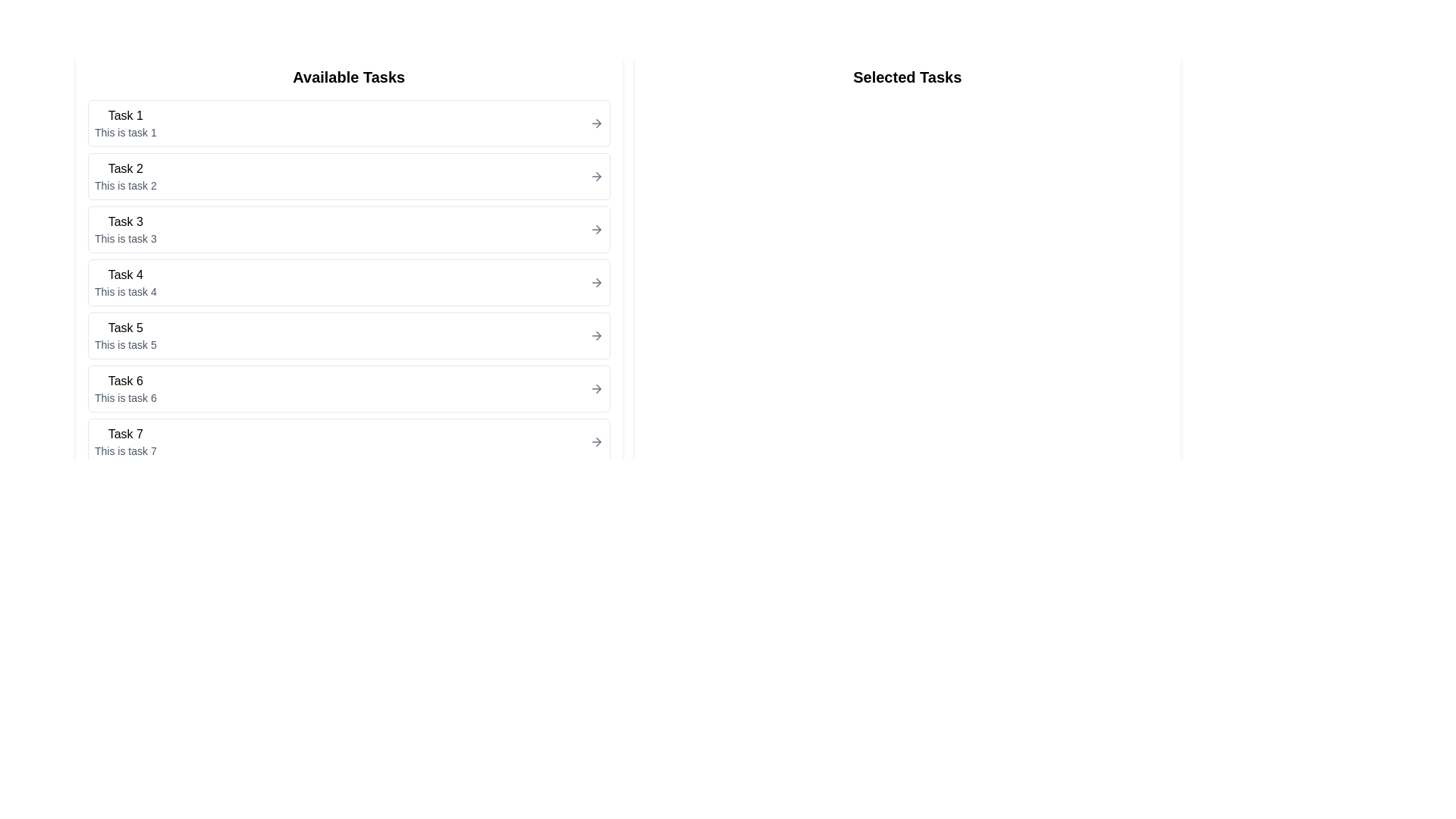 This screenshot has width=1456, height=819. What do you see at coordinates (348, 77) in the screenshot?
I see `the header text displaying 'Available Tasks', which is bold and larger, serving as the title for the task list` at bounding box center [348, 77].